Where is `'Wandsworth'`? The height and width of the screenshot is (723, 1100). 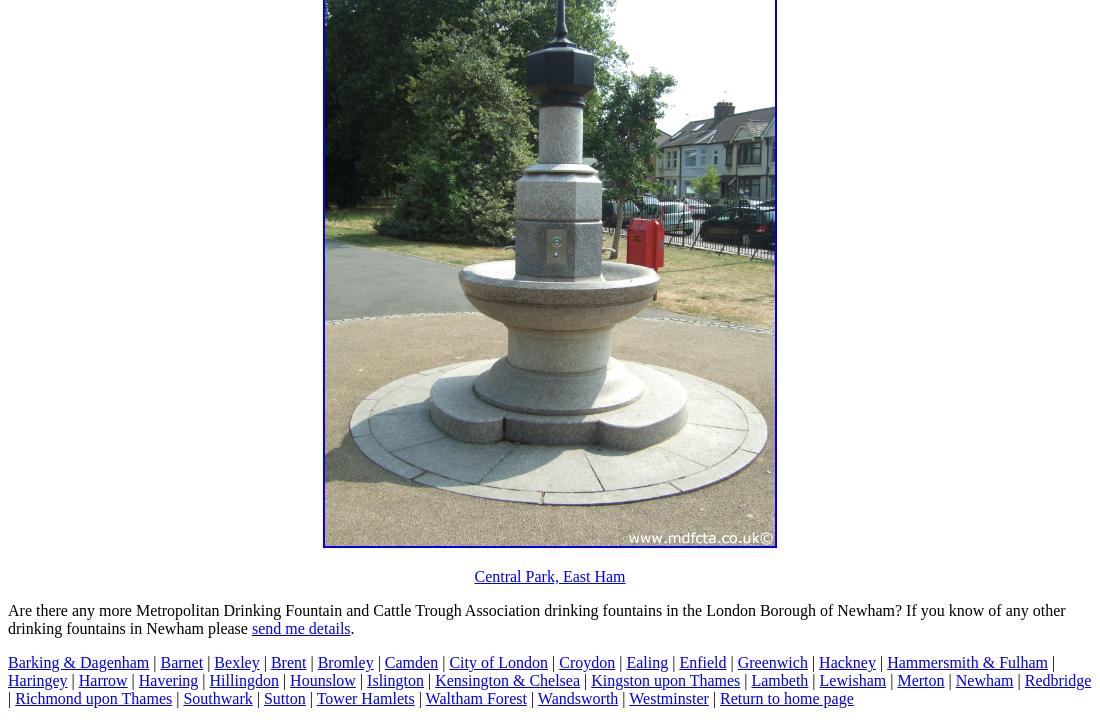
'Wandsworth' is located at coordinates (576, 696).